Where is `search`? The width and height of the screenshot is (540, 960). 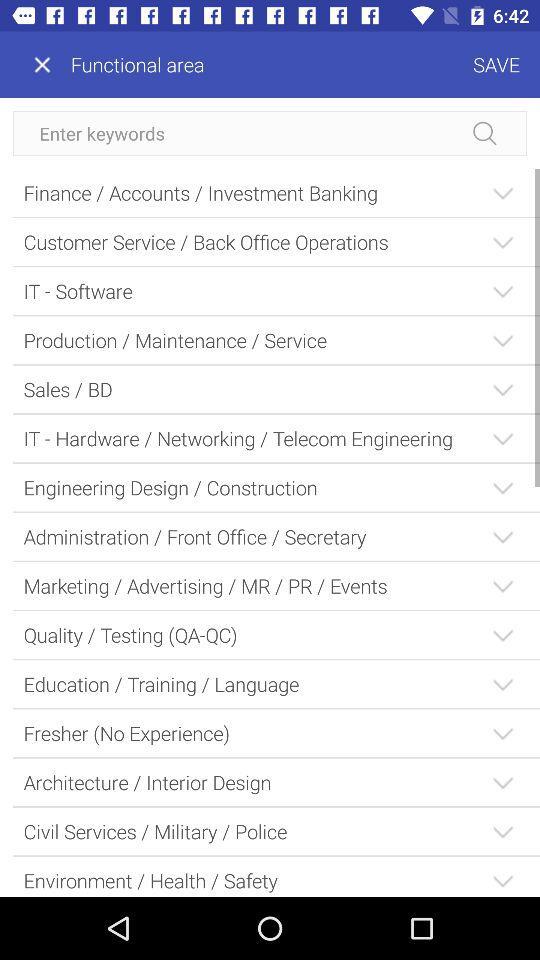
search is located at coordinates (270, 132).